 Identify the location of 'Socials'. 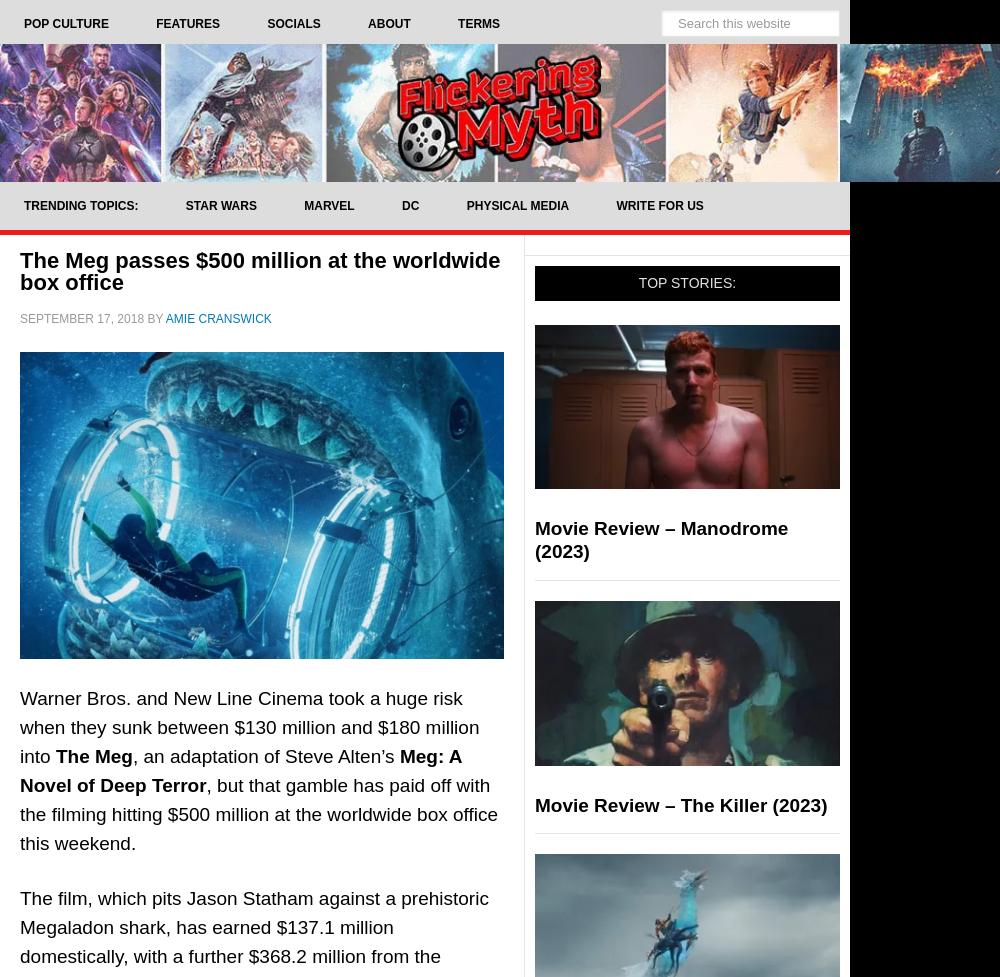
(293, 24).